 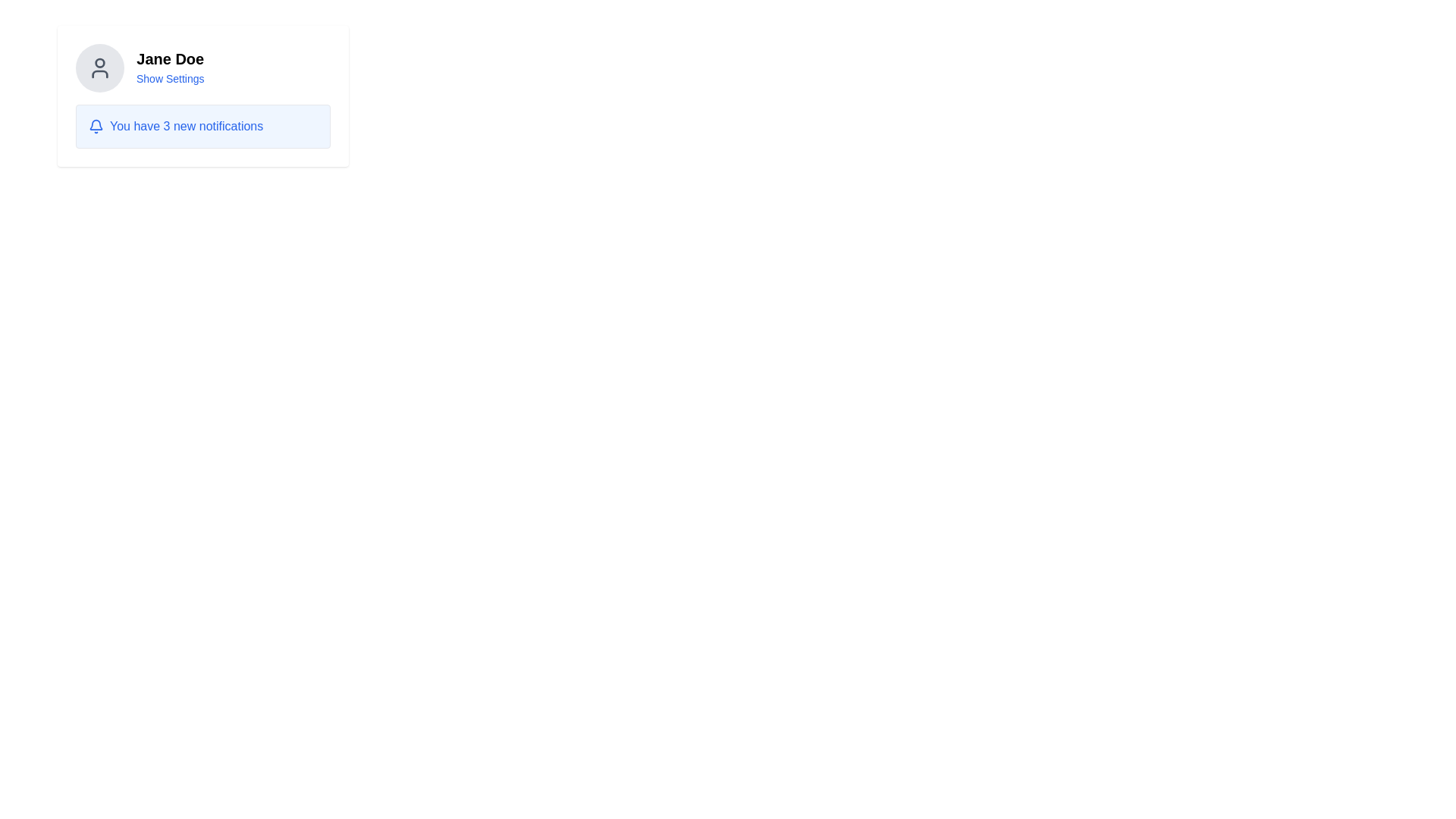 What do you see at coordinates (202, 67) in the screenshot?
I see `the Profile section at the top of the boxed card layout` at bounding box center [202, 67].